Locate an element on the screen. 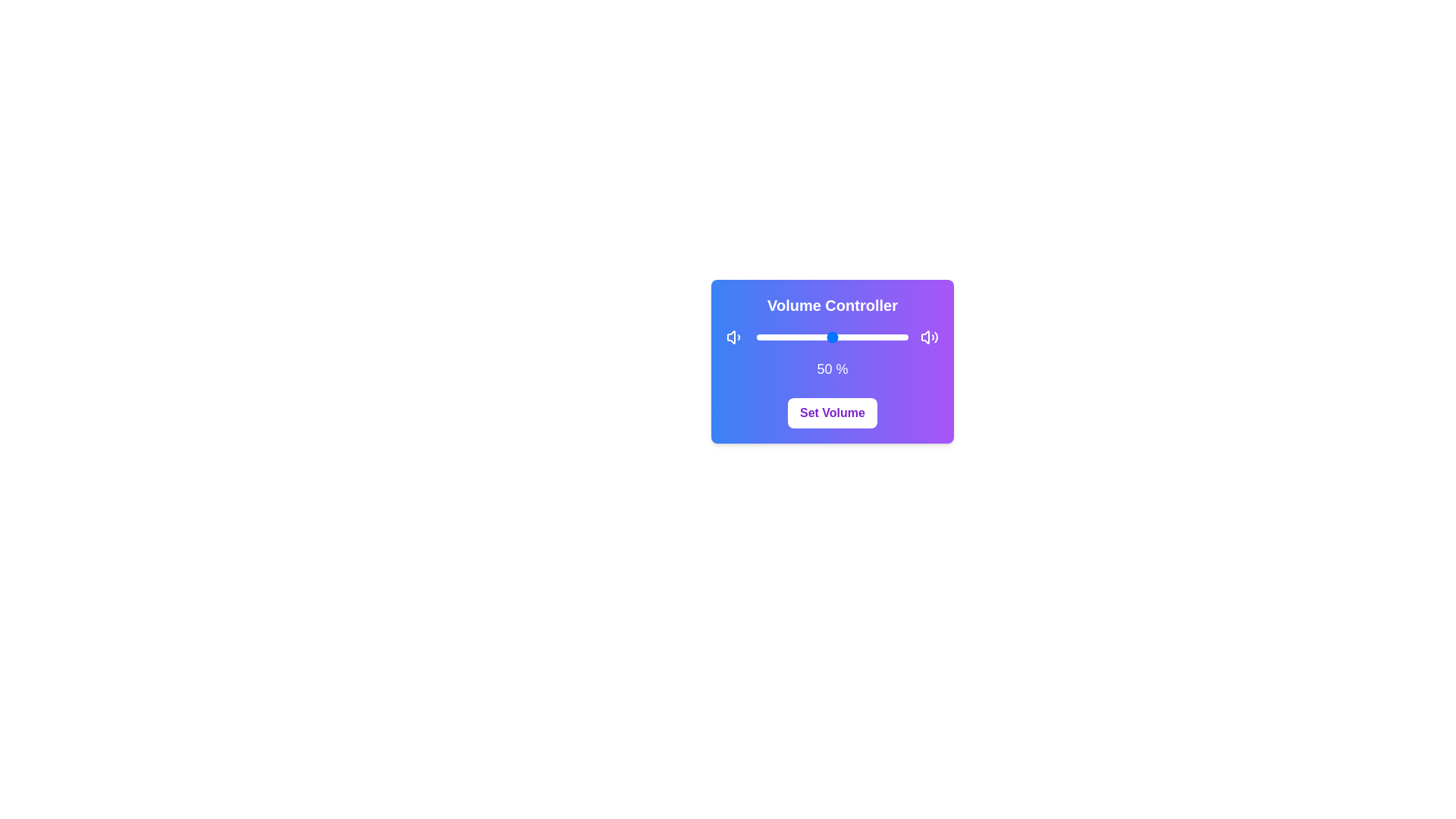 The width and height of the screenshot is (1456, 819). 'Set Volume' button to confirm the volume setting is located at coordinates (832, 413).